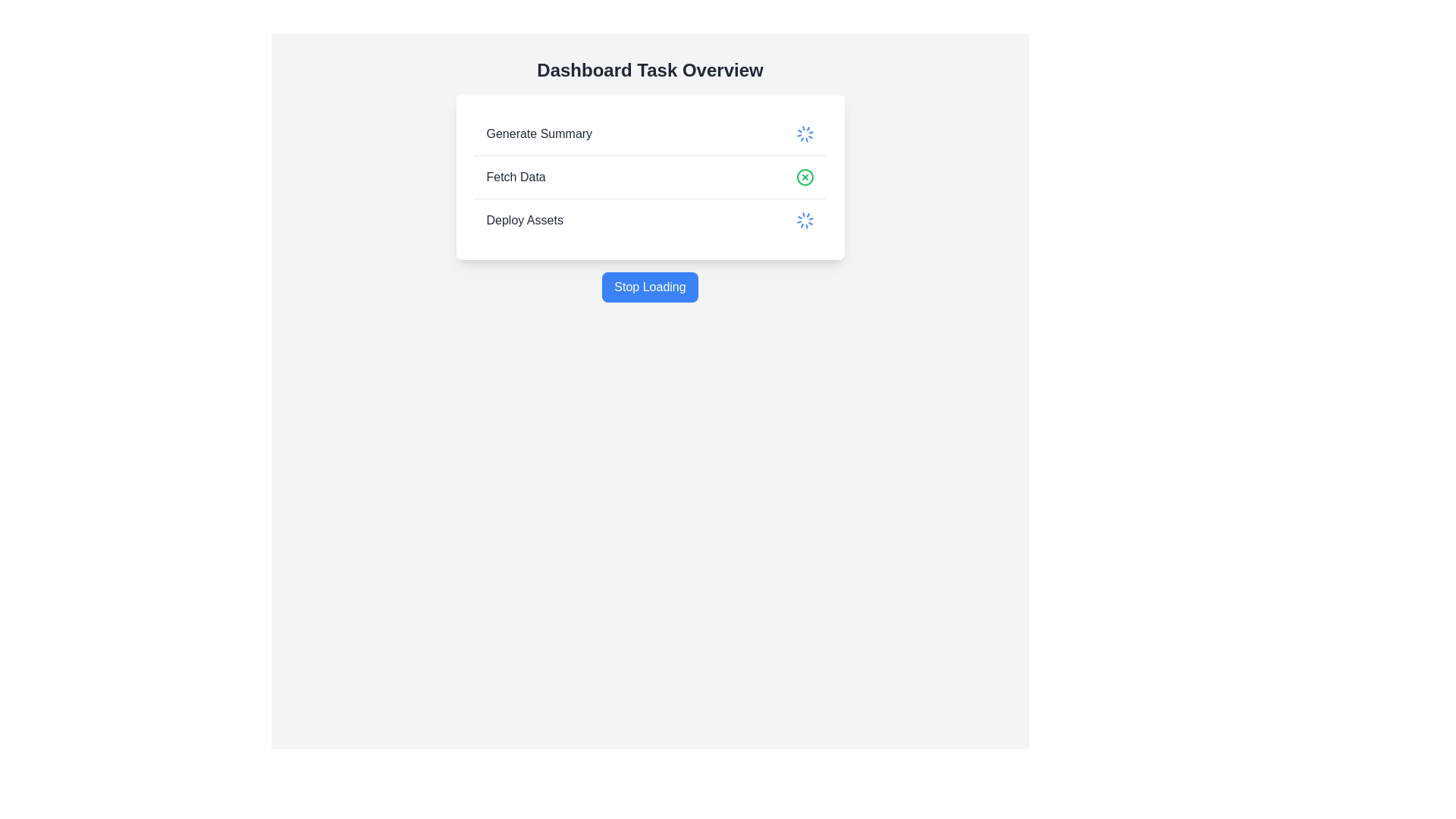 Image resolution: width=1456 pixels, height=819 pixels. Describe the element at coordinates (650, 287) in the screenshot. I see `the rectangular blue button labeled 'Stop Loading'` at that location.